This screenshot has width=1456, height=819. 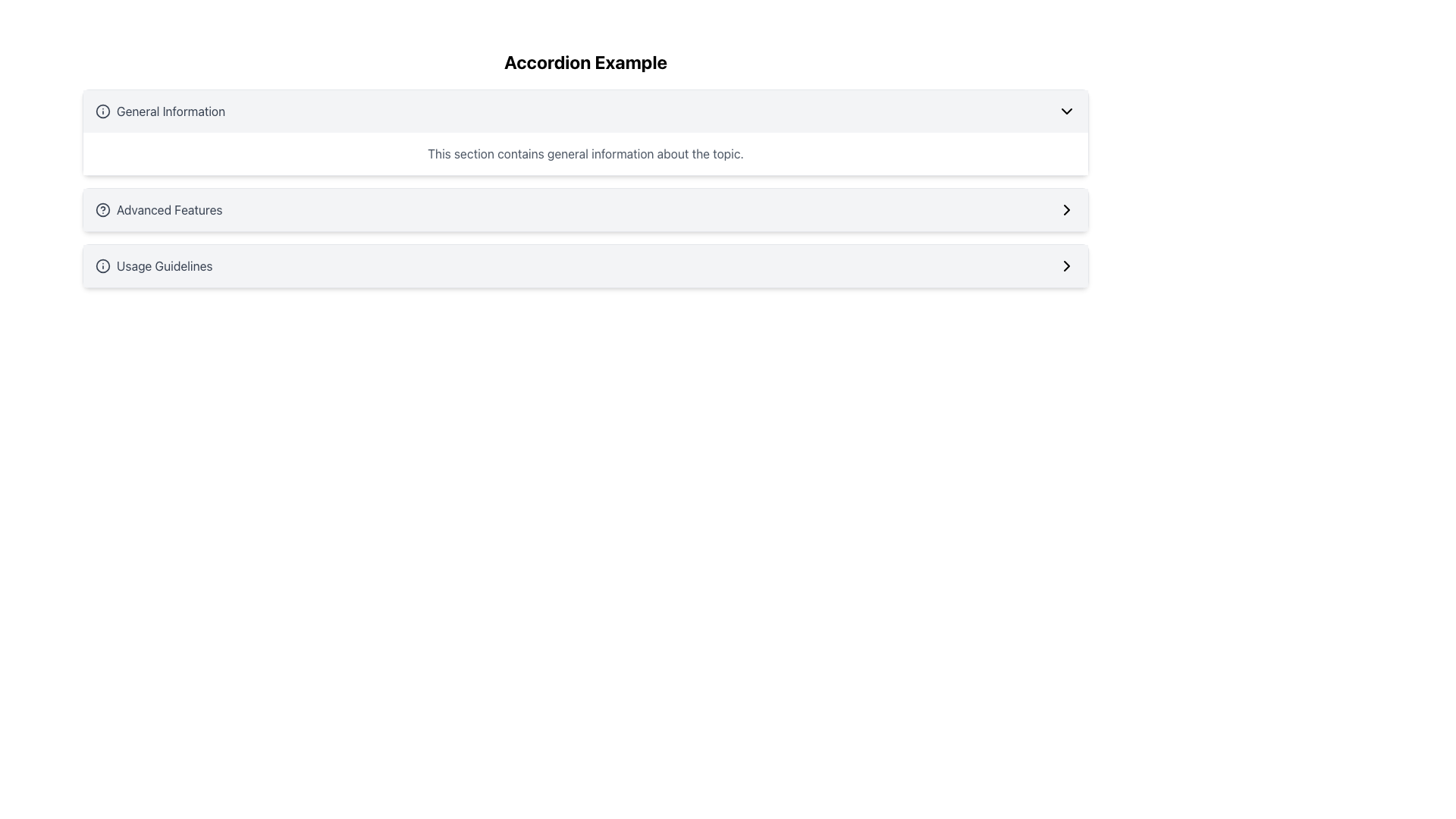 What do you see at coordinates (102, 265) in the screenshot?
I see `the circular 'Information' icon located to the left of the 'Usage Guidelines' label` at bounding box center [102, 265].